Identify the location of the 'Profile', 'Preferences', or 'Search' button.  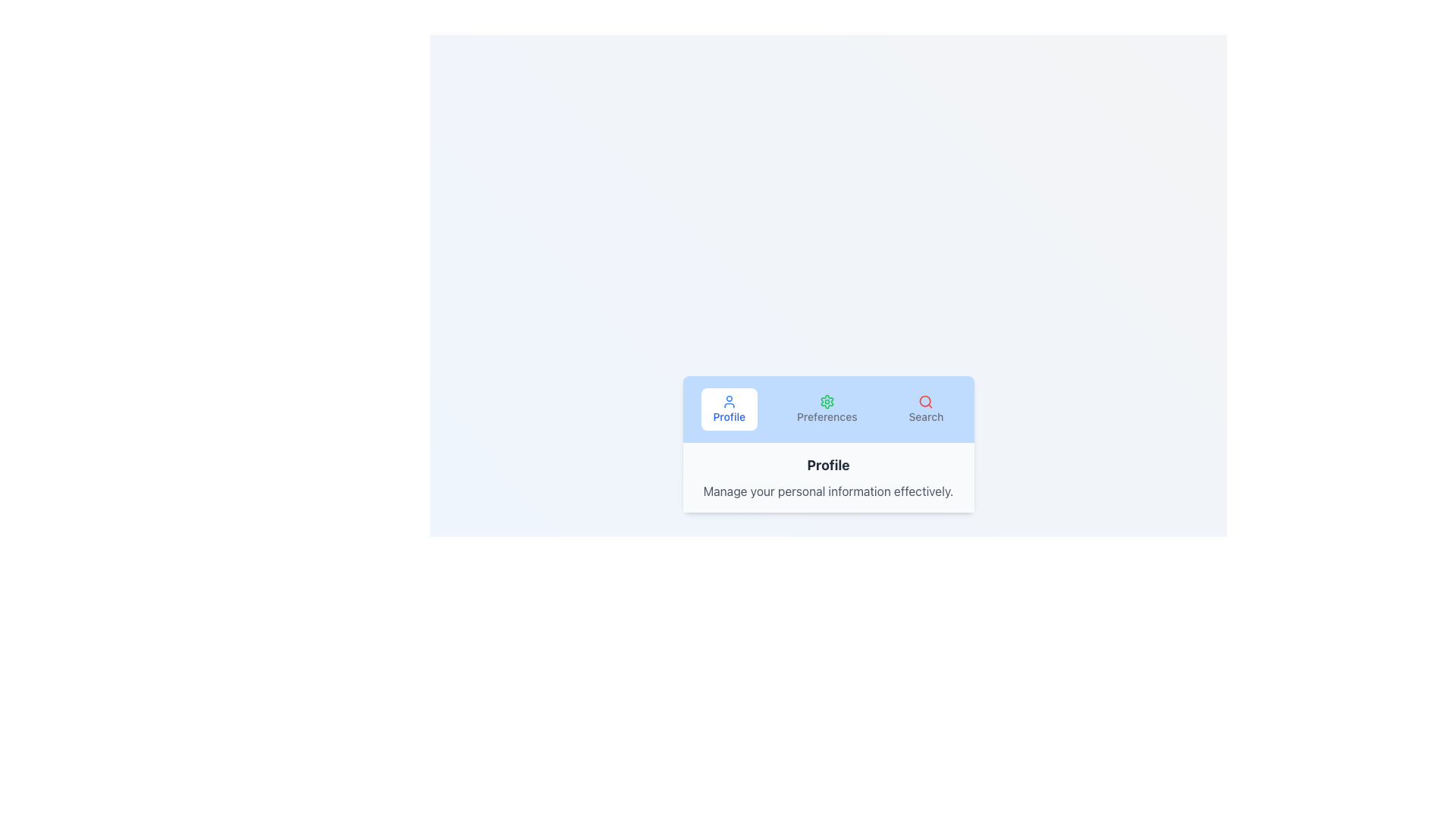
(827, 409).